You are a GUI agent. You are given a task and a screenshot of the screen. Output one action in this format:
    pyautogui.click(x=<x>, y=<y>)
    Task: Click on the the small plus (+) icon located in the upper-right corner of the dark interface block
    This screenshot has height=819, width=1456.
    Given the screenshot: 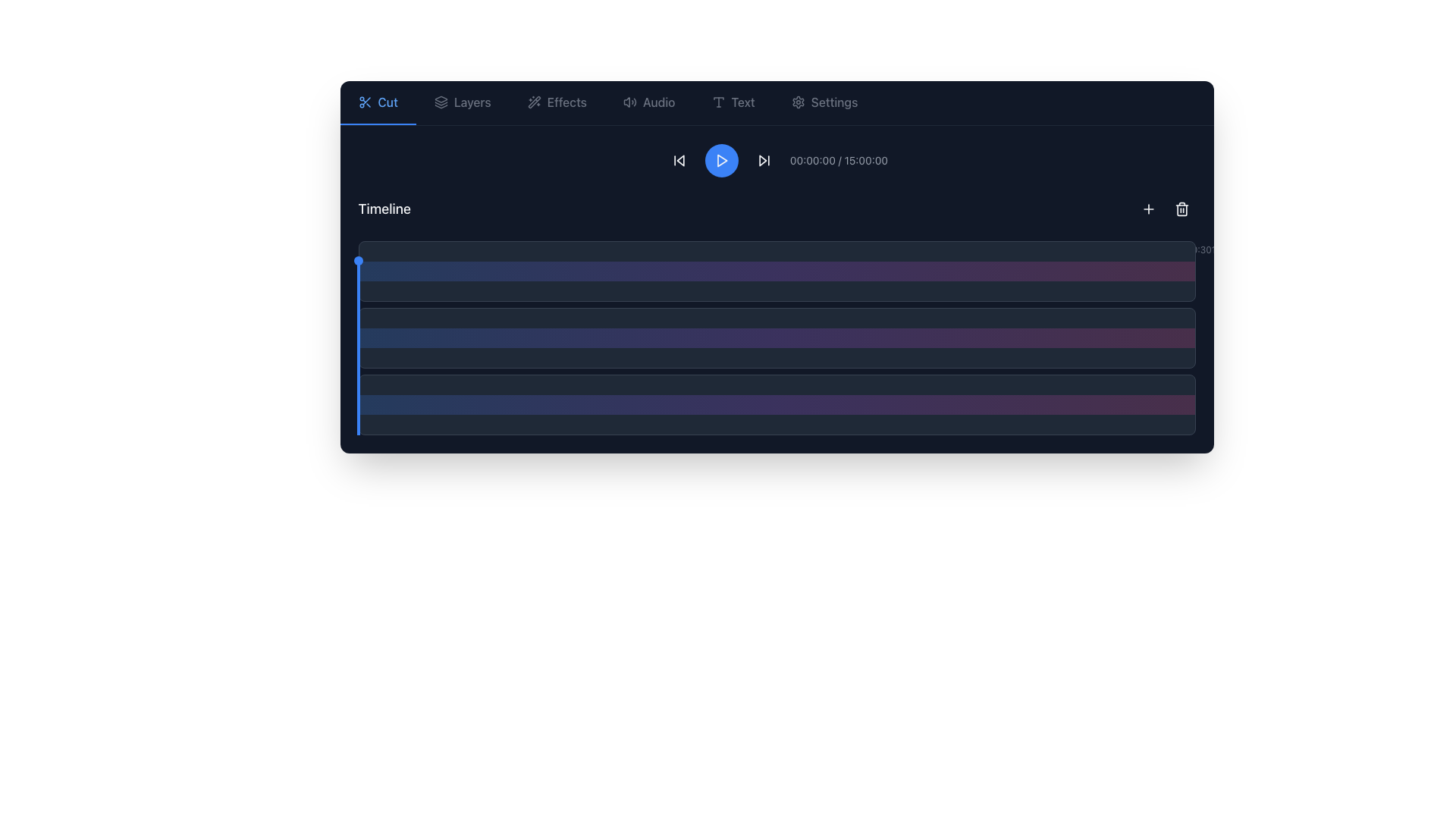 What is the action you would take?
    pyautogui.click(x=1148, y=209)
    